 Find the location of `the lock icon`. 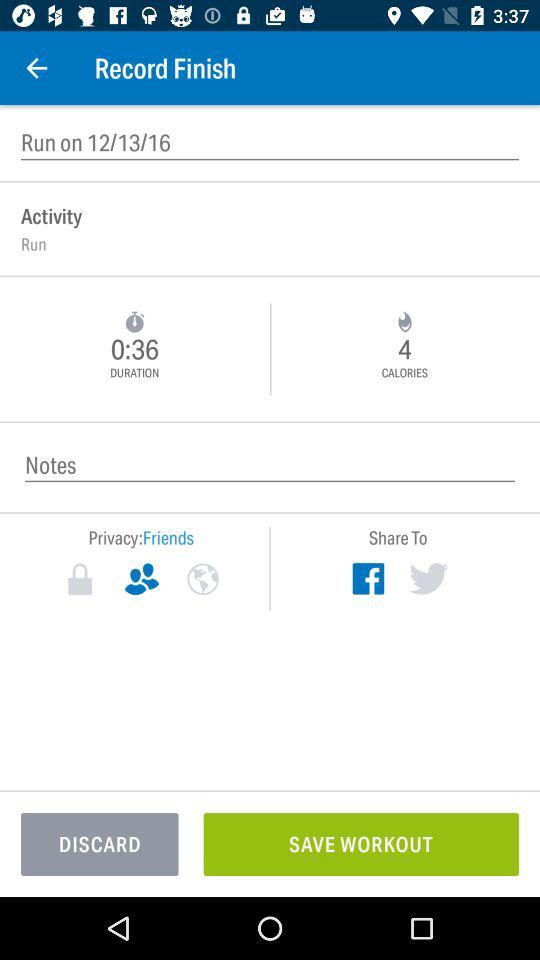

the lock icon is located at coordinates (79, 579).